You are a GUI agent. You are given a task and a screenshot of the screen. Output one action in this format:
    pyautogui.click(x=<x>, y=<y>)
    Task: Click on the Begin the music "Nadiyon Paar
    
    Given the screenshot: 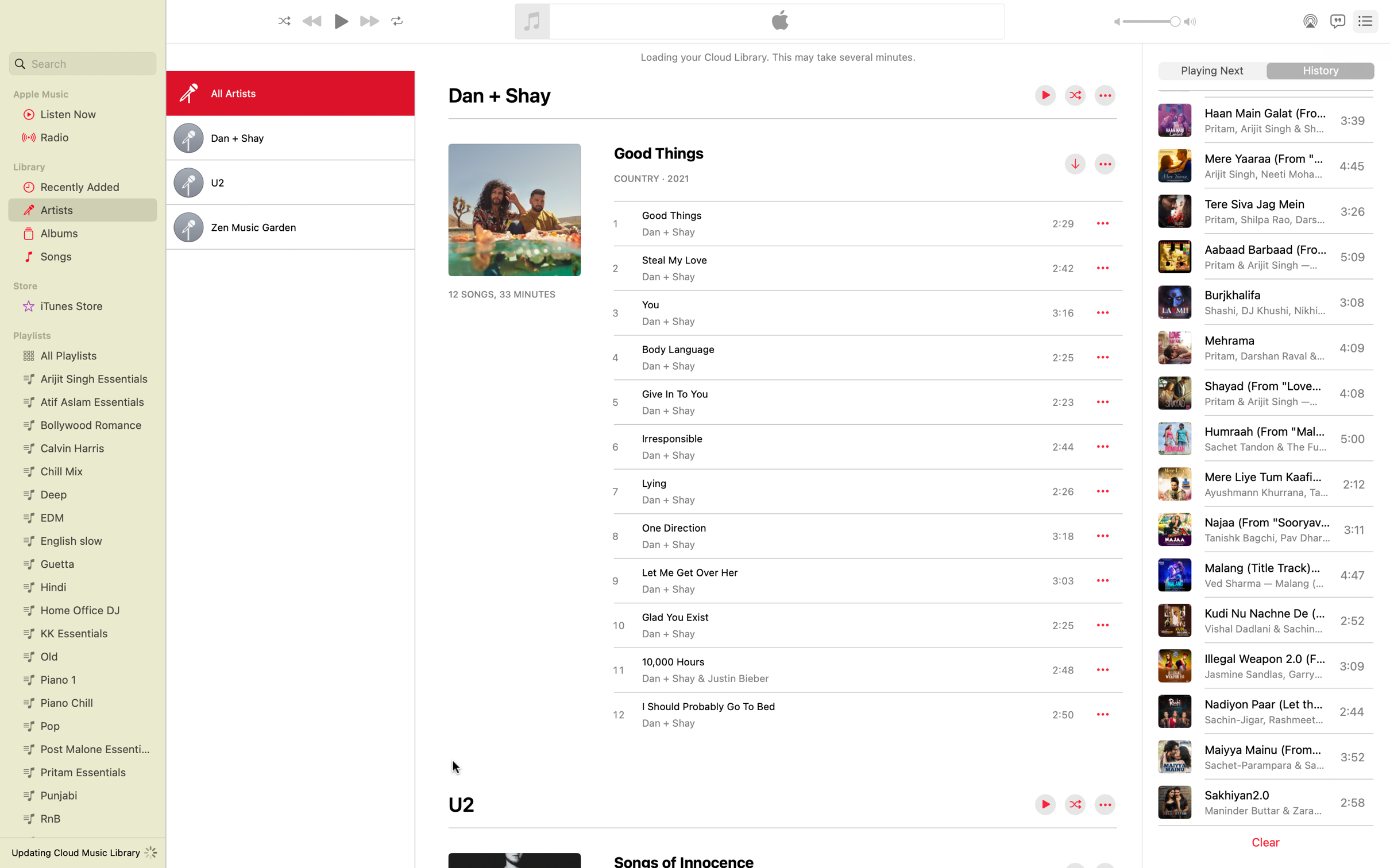 What is the action you would take?
    pyautogui.click(x=1262, y=710)
    